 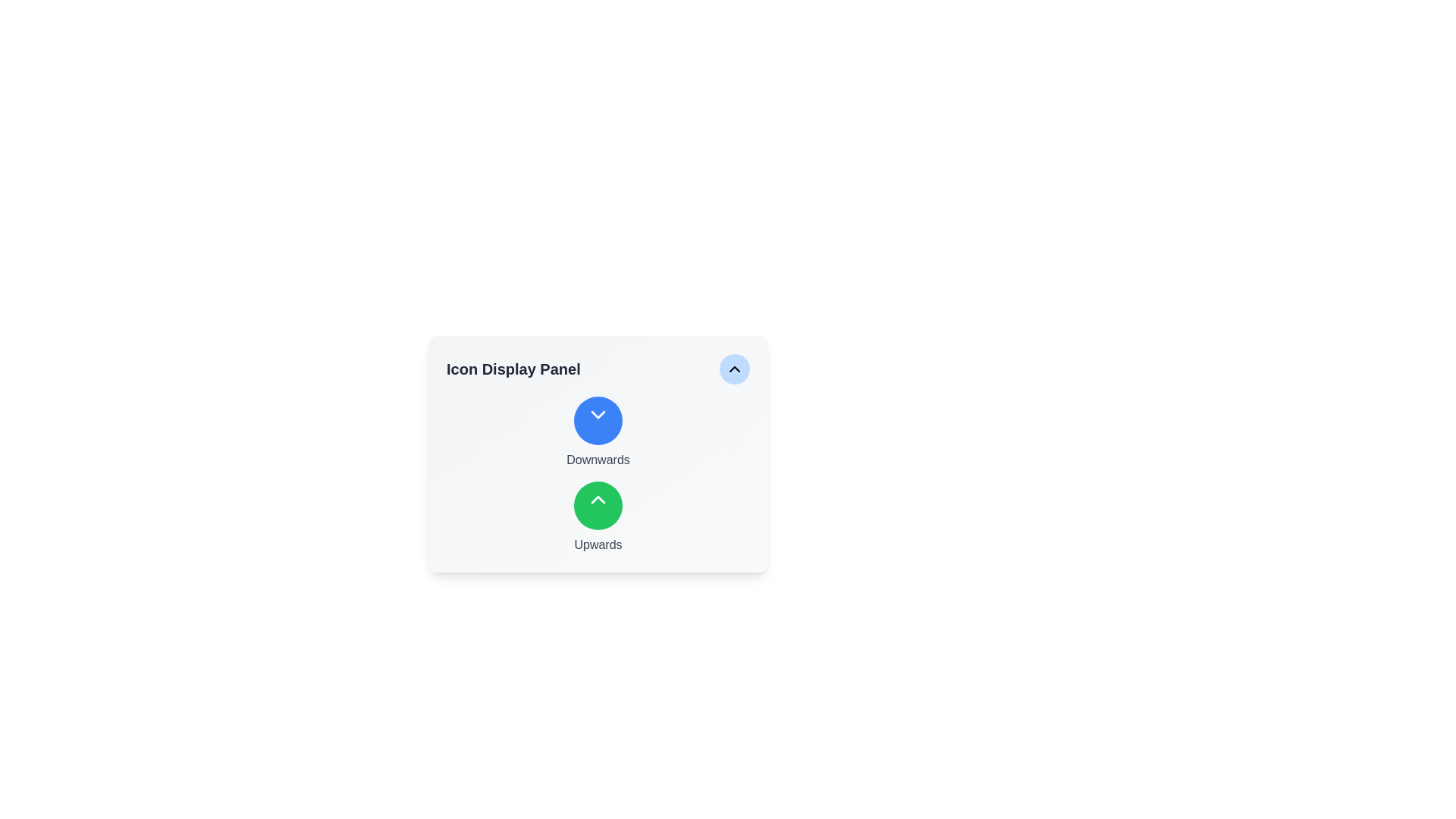 What do you see at coordinates (597, 475) in the screenshot?
I see `the 'Upwards' circular button, which is green and located in the 'Icon Display Panel' beneath the title, centered horizontally` at bounding box center [597, 475].